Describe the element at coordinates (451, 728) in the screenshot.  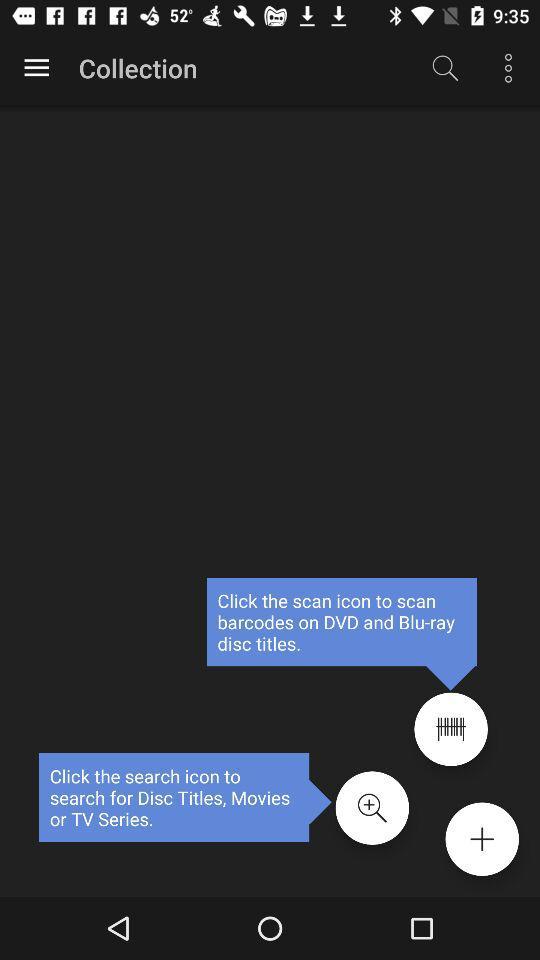
I see `scan bar codes` at that location.